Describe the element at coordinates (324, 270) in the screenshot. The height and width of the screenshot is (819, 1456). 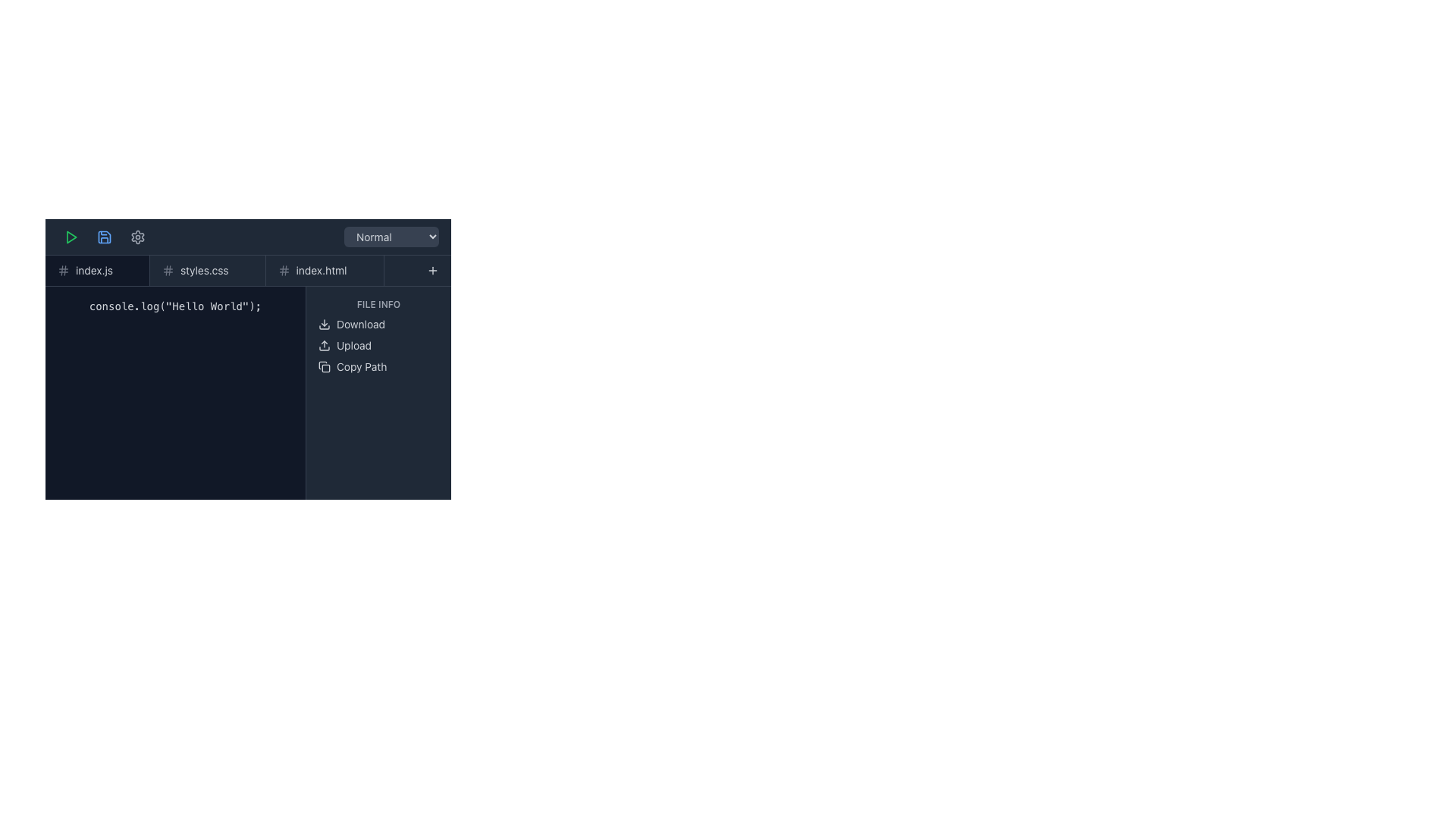
I see `the tab labeled 'index.html', which is the third option in the tab bar` at that location.